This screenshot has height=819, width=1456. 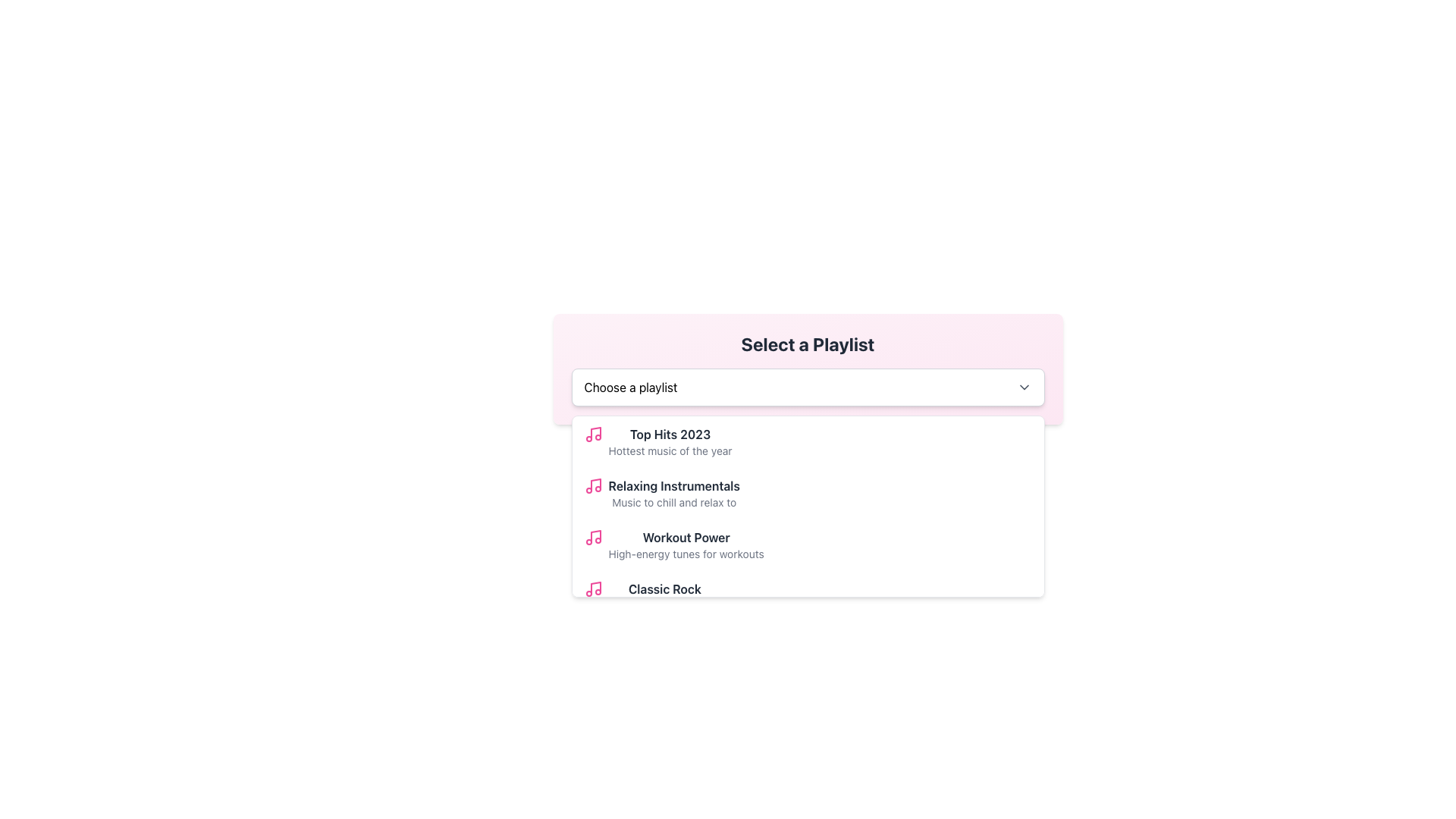 What do you see at coordinates (669, 441) in the screenshot?
I see `the 'Top Hits 2023' list item in the dropdown menu` at bounding box center [669, 441].